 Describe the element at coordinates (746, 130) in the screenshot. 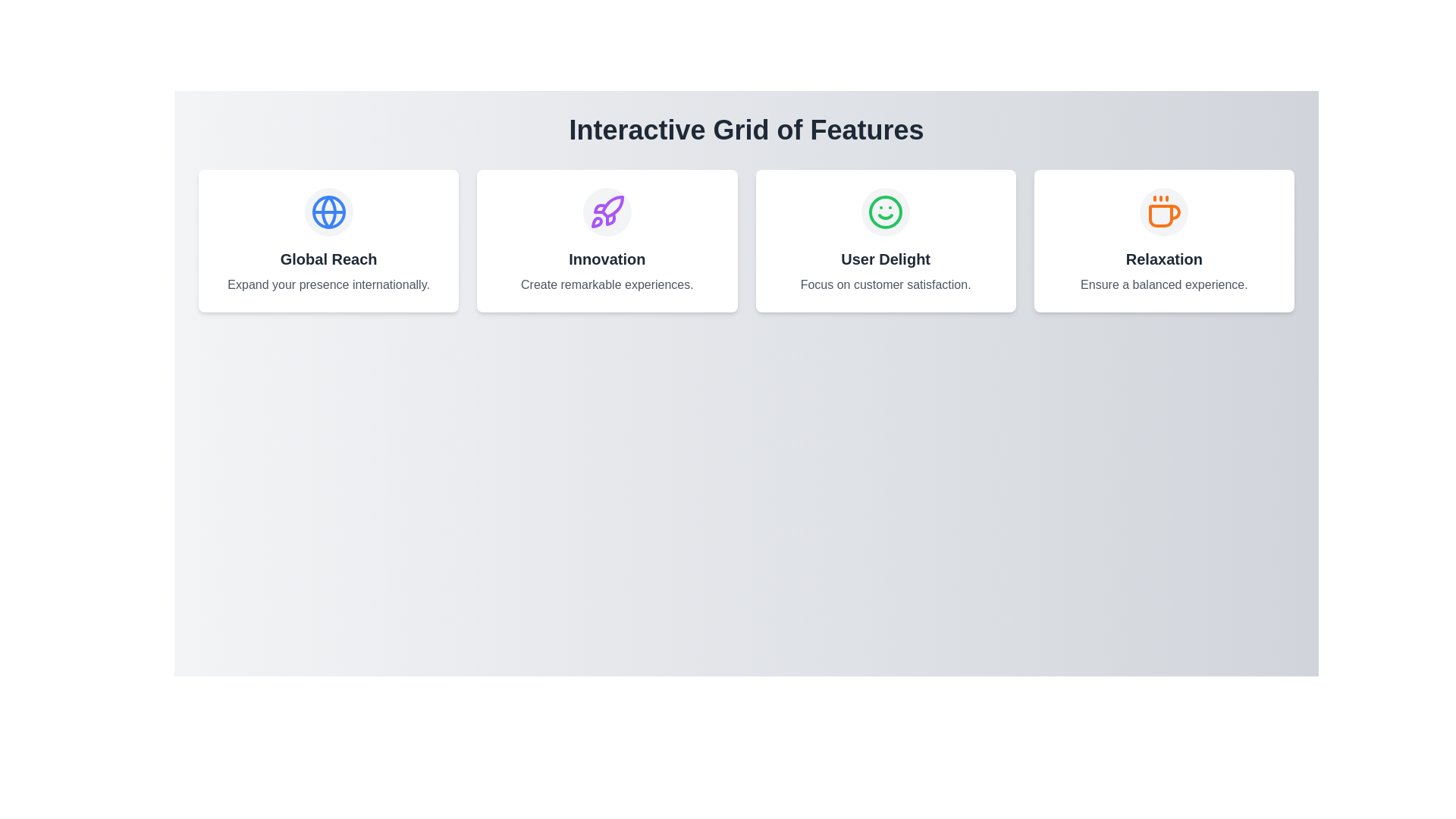

I see `the prominent header text reading 'Interactive Grid of Features', which is styled with a bold, large gray font and centrally aligned at the top of the interface` at that location.